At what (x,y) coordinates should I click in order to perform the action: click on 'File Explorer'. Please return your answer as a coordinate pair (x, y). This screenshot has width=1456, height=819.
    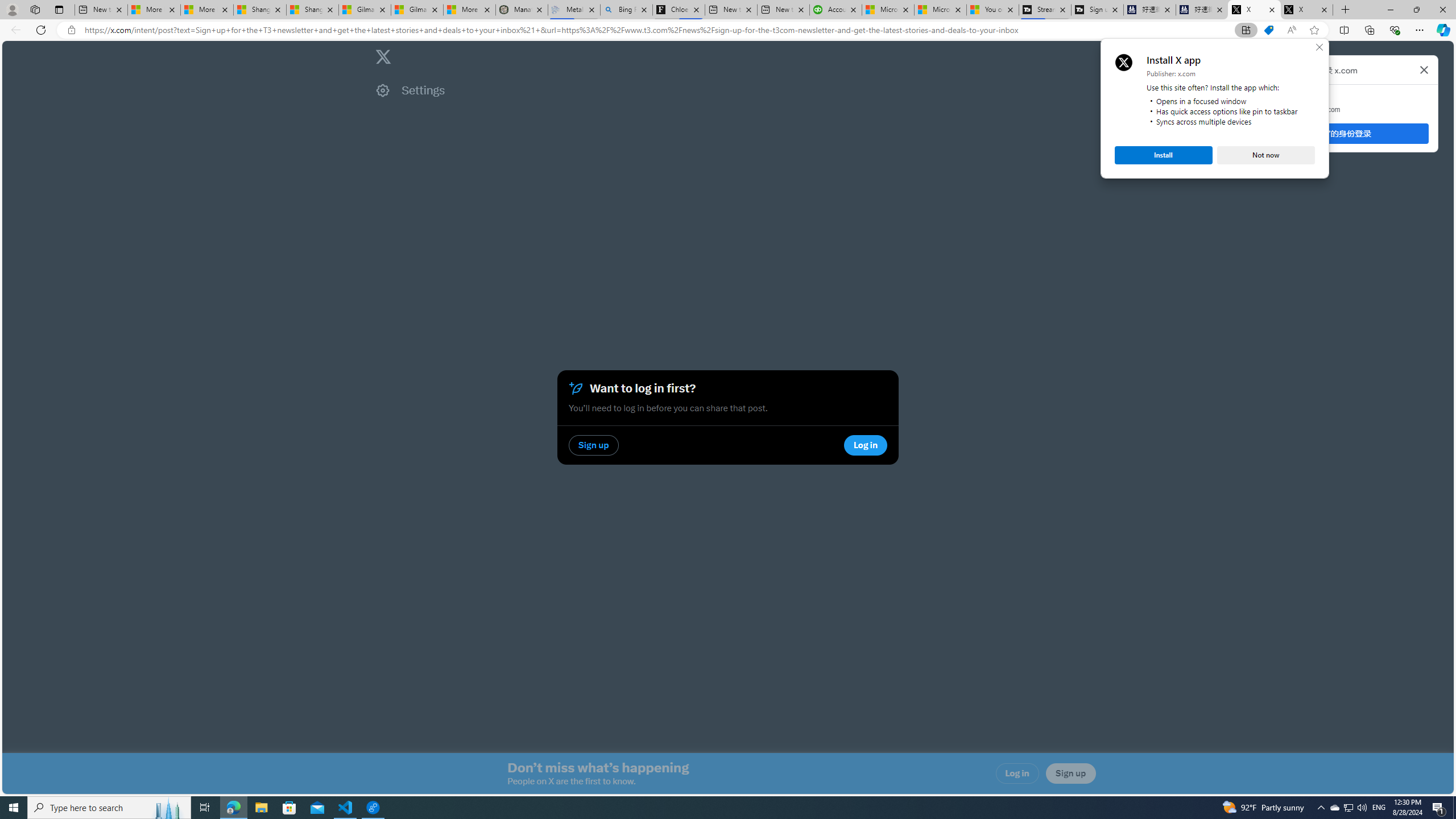
    Looking at the image, I should click on (260, 806).